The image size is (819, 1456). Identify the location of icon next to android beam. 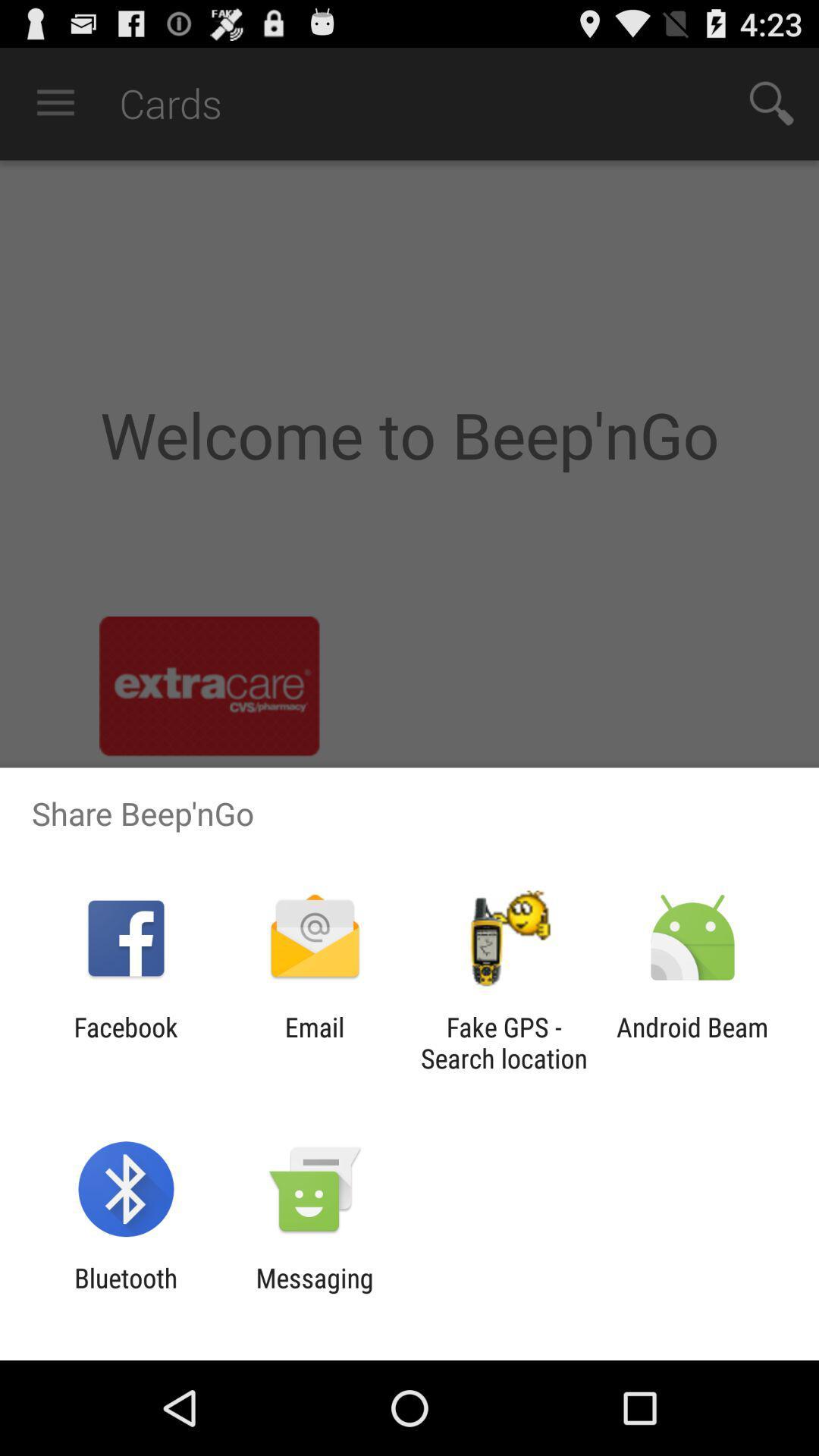
(504, 1042).